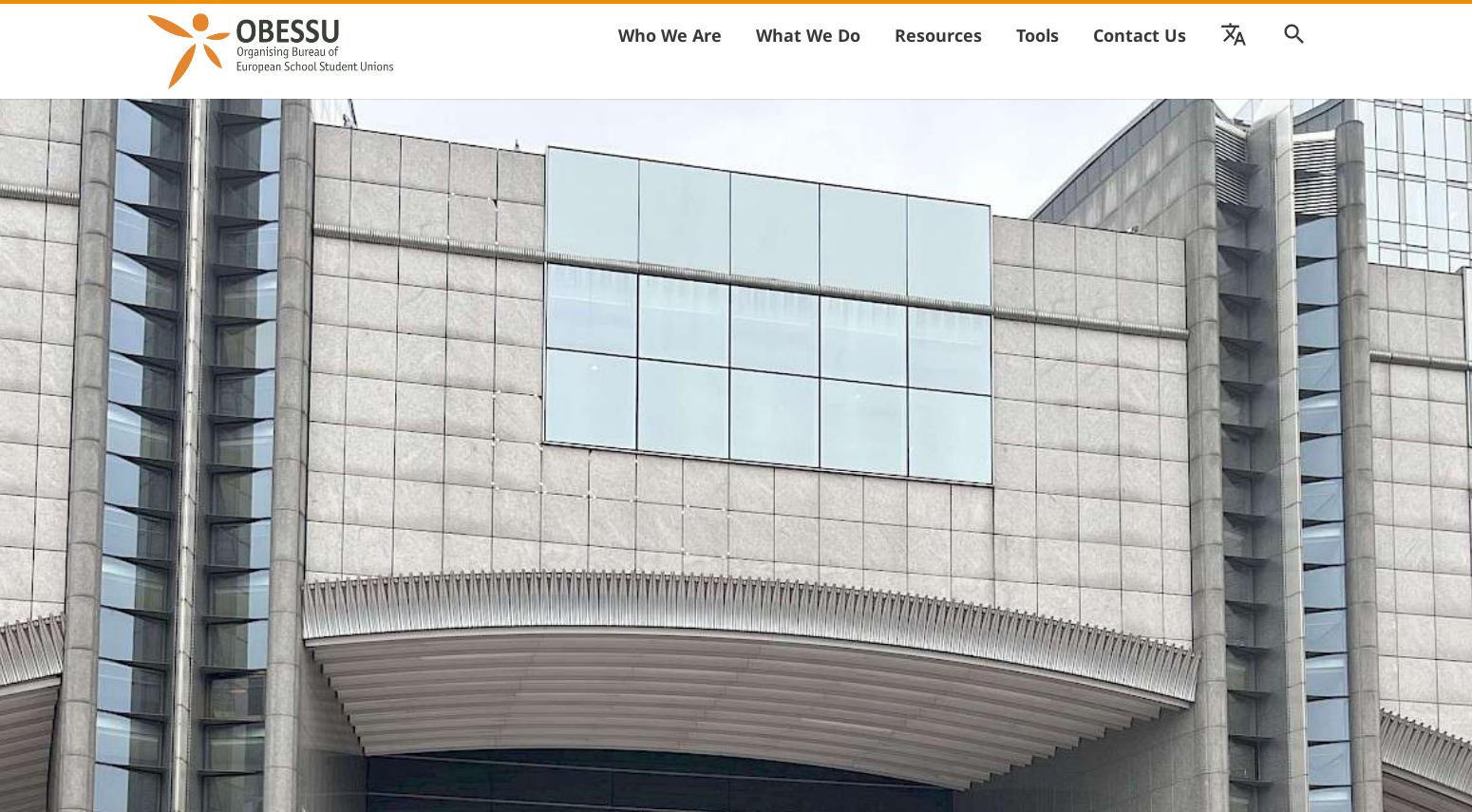  Describe the element at coordinates (1107, 77) in the screenshot. I see `'Documents'` at that location.